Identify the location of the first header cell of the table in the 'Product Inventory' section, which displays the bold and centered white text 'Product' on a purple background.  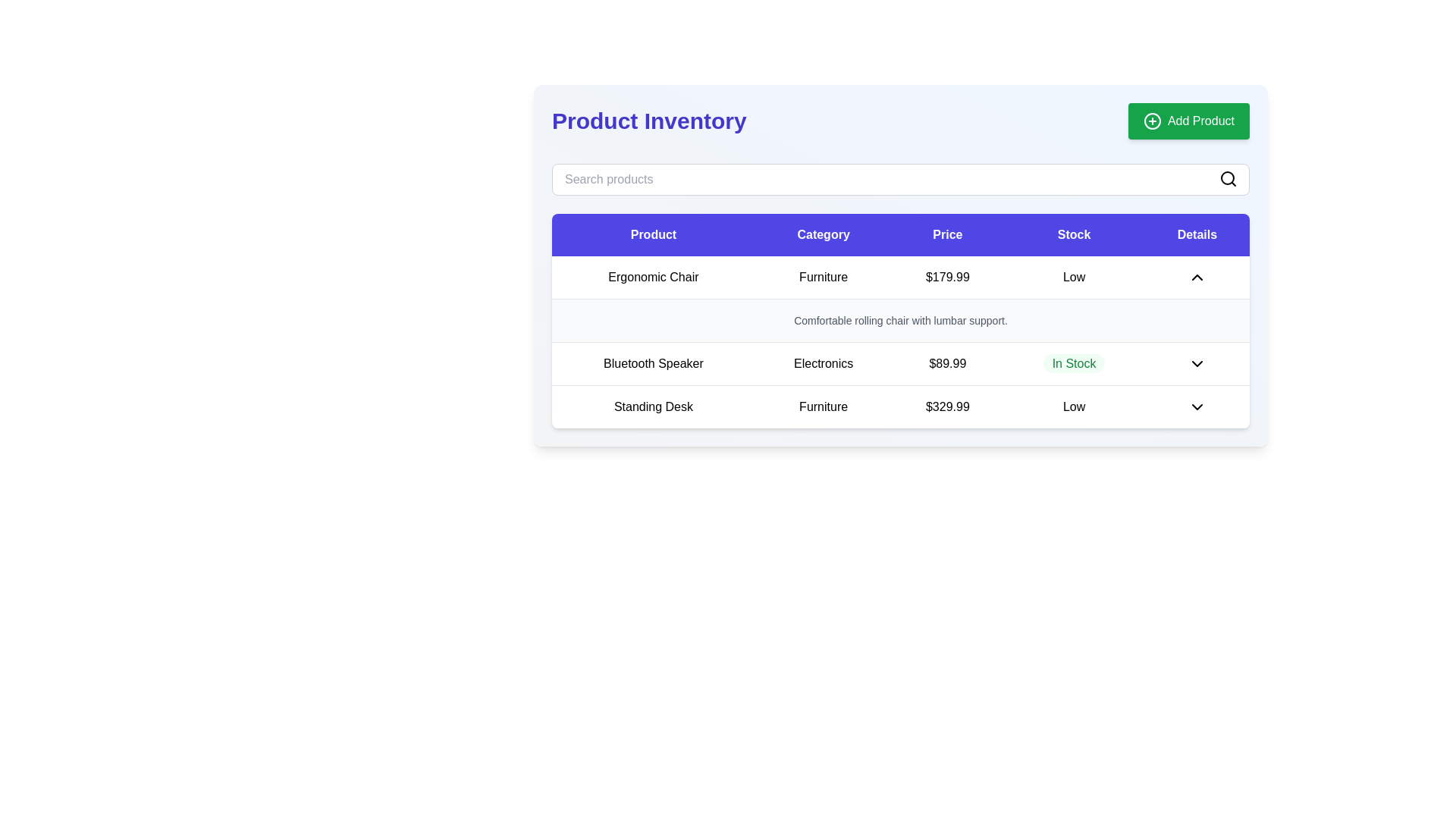
(653, 234).